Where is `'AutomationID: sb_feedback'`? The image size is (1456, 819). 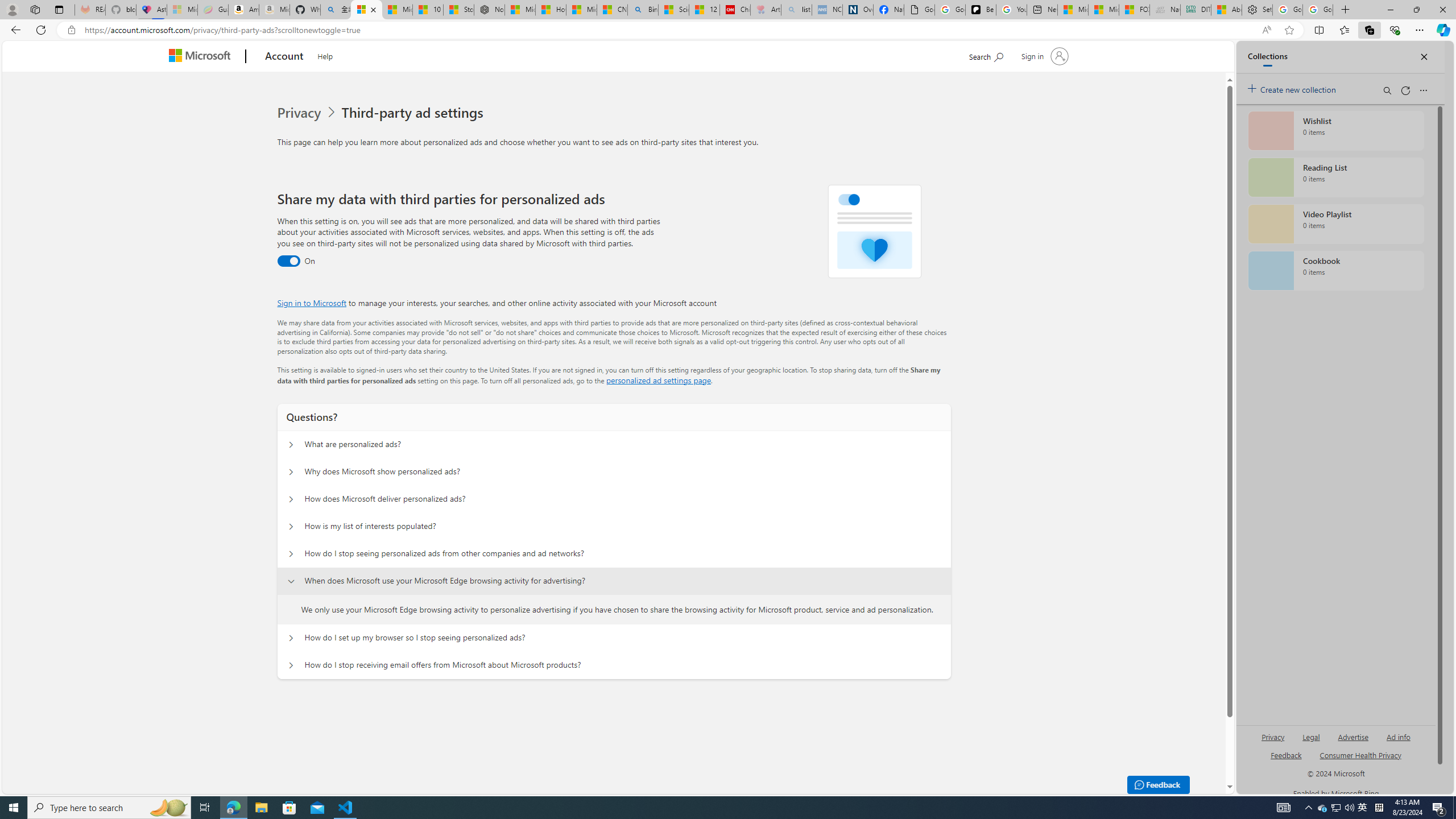
'AutomationID: sb_feedback' is located at coordinates (1286, 754).